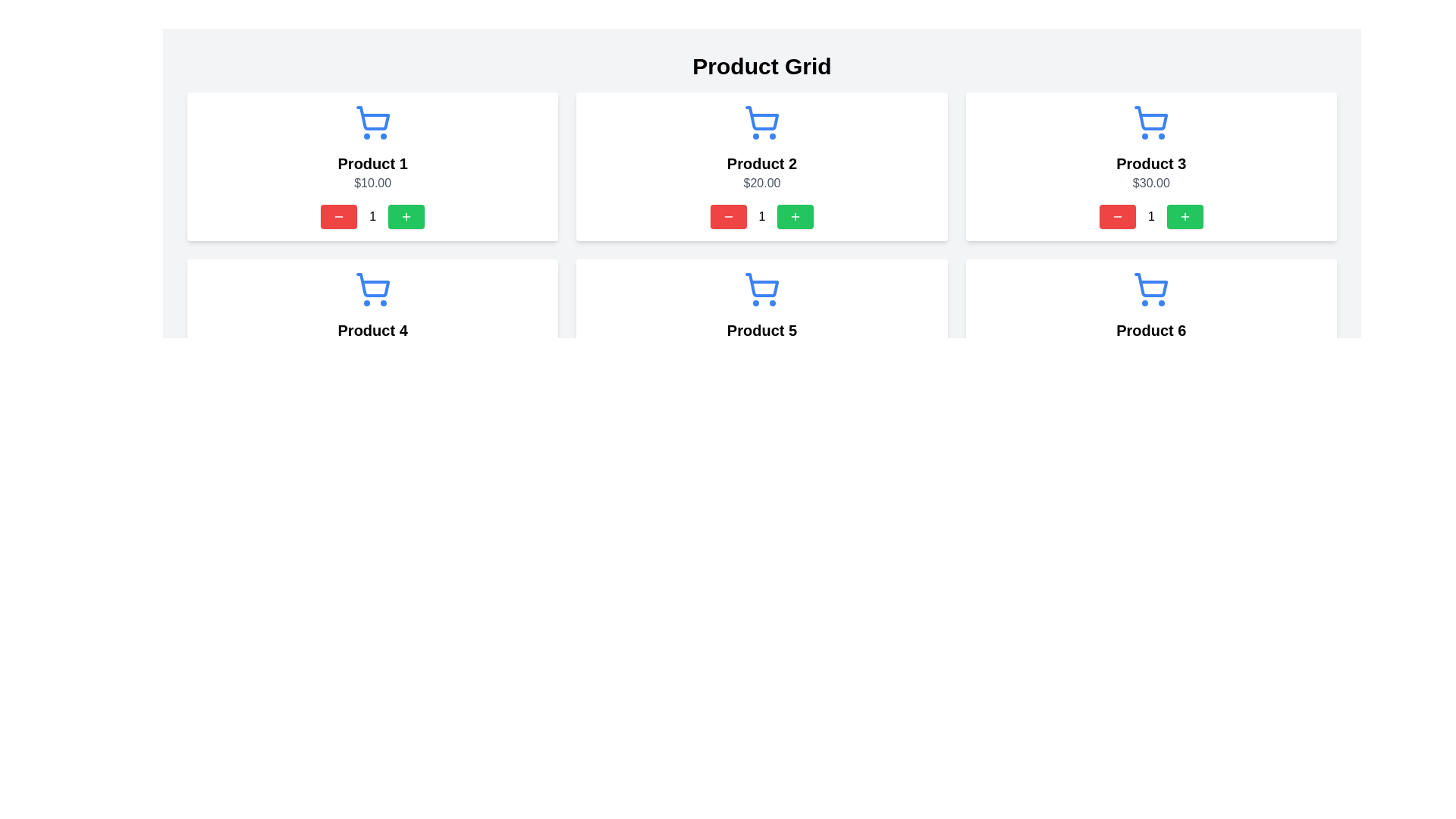 This screenshot has width=1456, height=819. Describe the element at coordinates (1151, 183) in the screenshot. I see `the Text Label displaying the price value '$30.00' located within the 'Product 3' section, positioned below the 'Product 3' title and above the quantity adjustment controls` at that location.